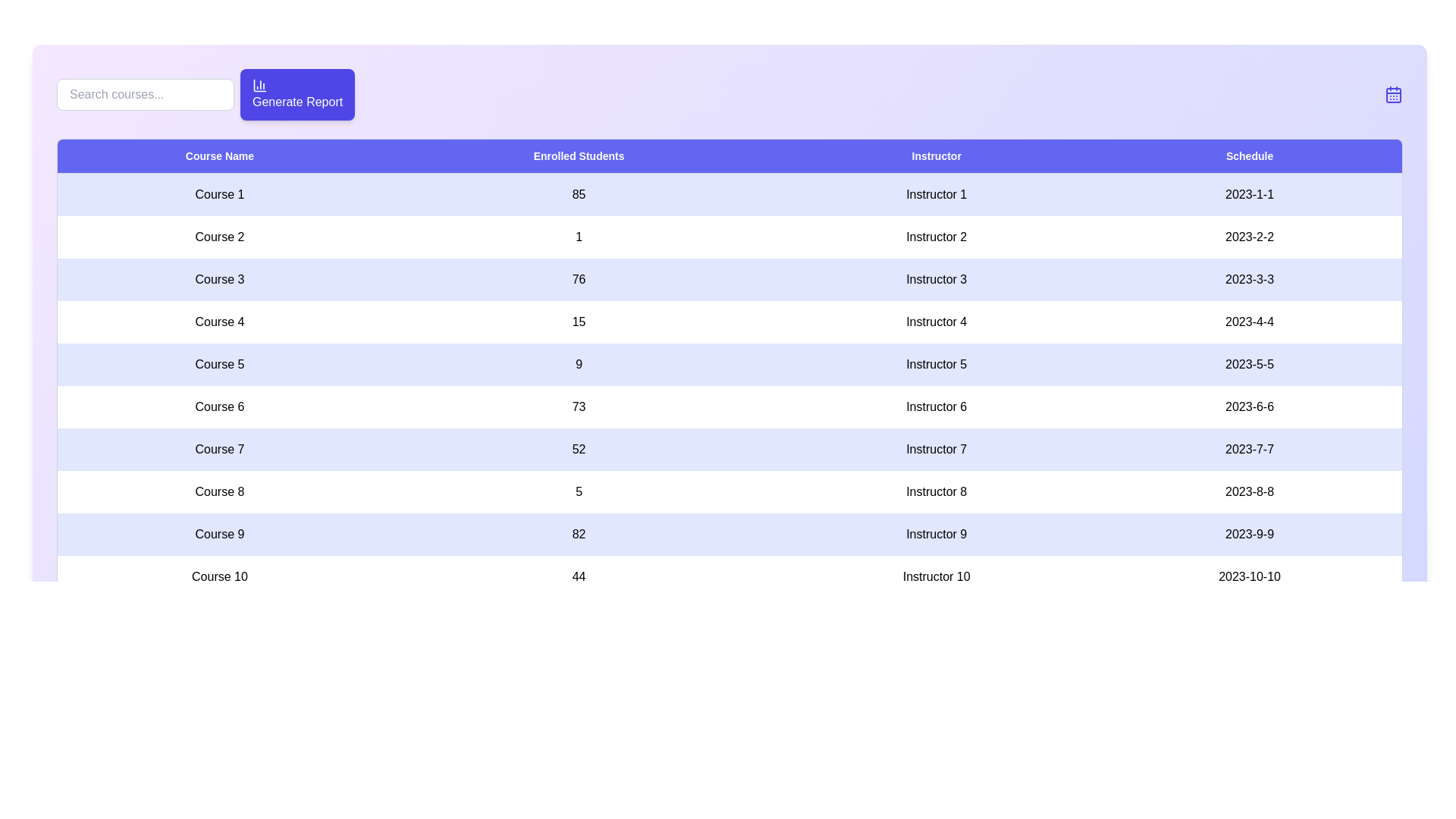 This screenshot has width=1456, height=819. I want to click on the header Instructor to sort or filter the table, so click(936, 156).